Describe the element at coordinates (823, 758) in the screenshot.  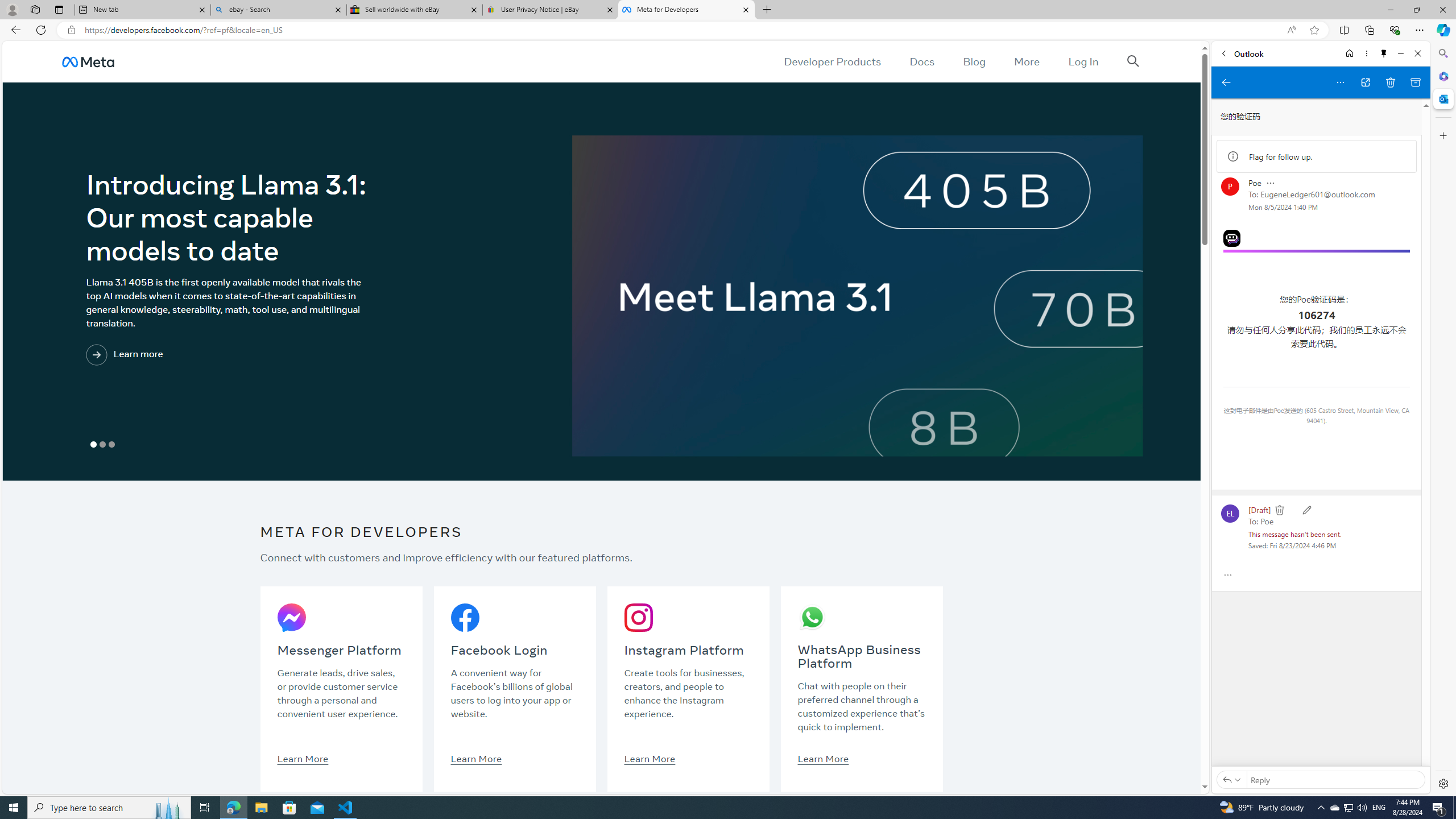
I see `'Learn More'` at that location.